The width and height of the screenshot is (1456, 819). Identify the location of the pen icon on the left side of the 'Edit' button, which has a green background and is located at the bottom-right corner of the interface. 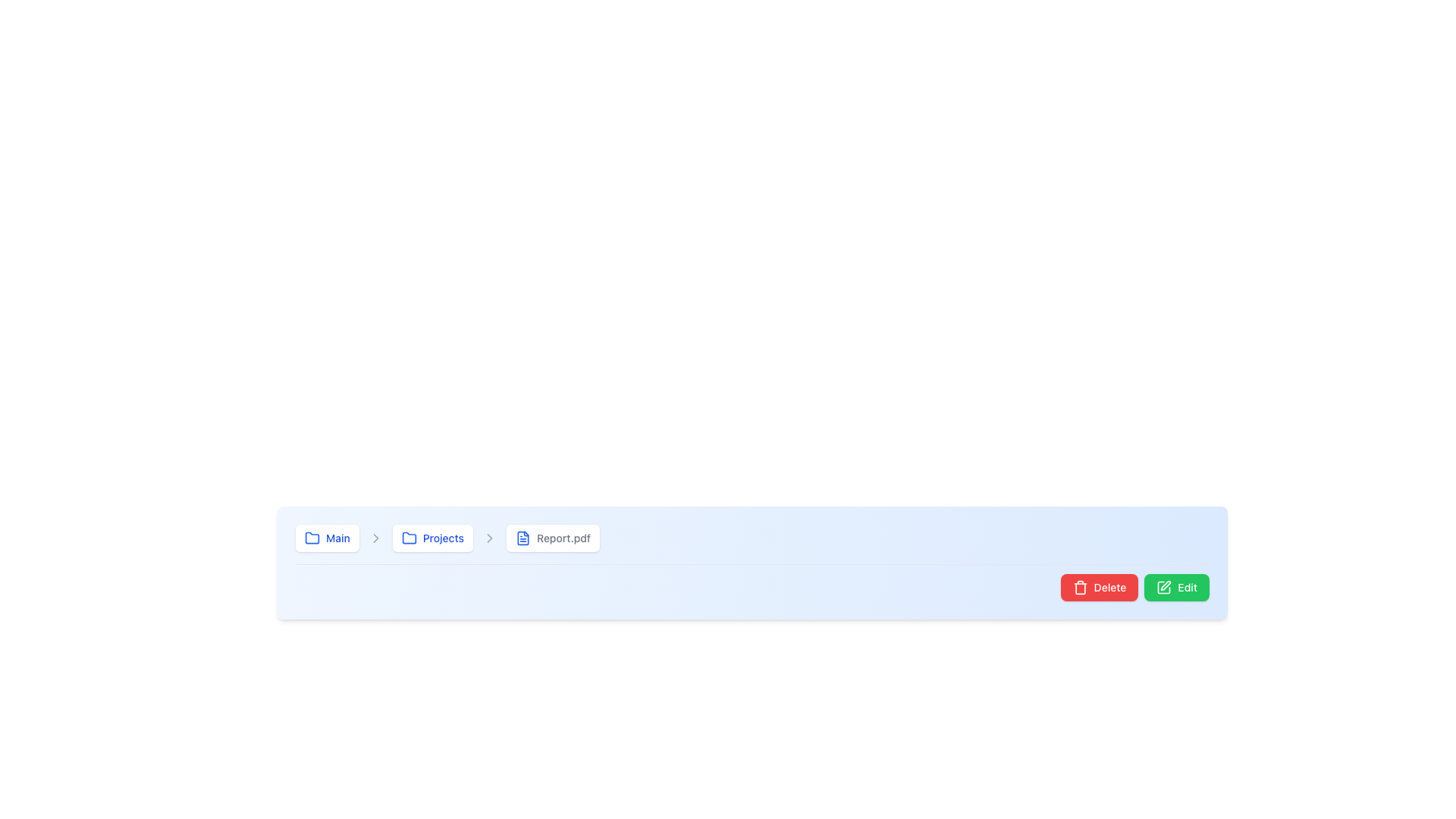
(1163, 587).